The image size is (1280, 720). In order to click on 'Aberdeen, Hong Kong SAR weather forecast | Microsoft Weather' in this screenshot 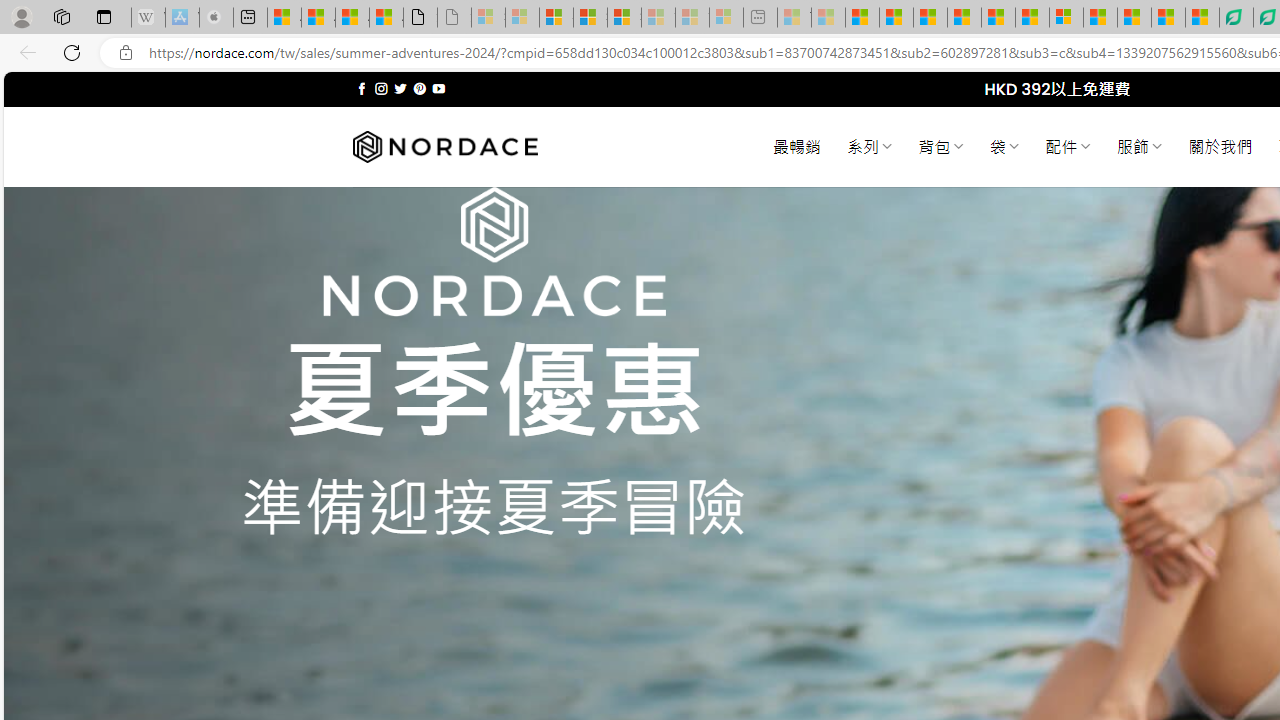, I will do `click(317, 17)`.